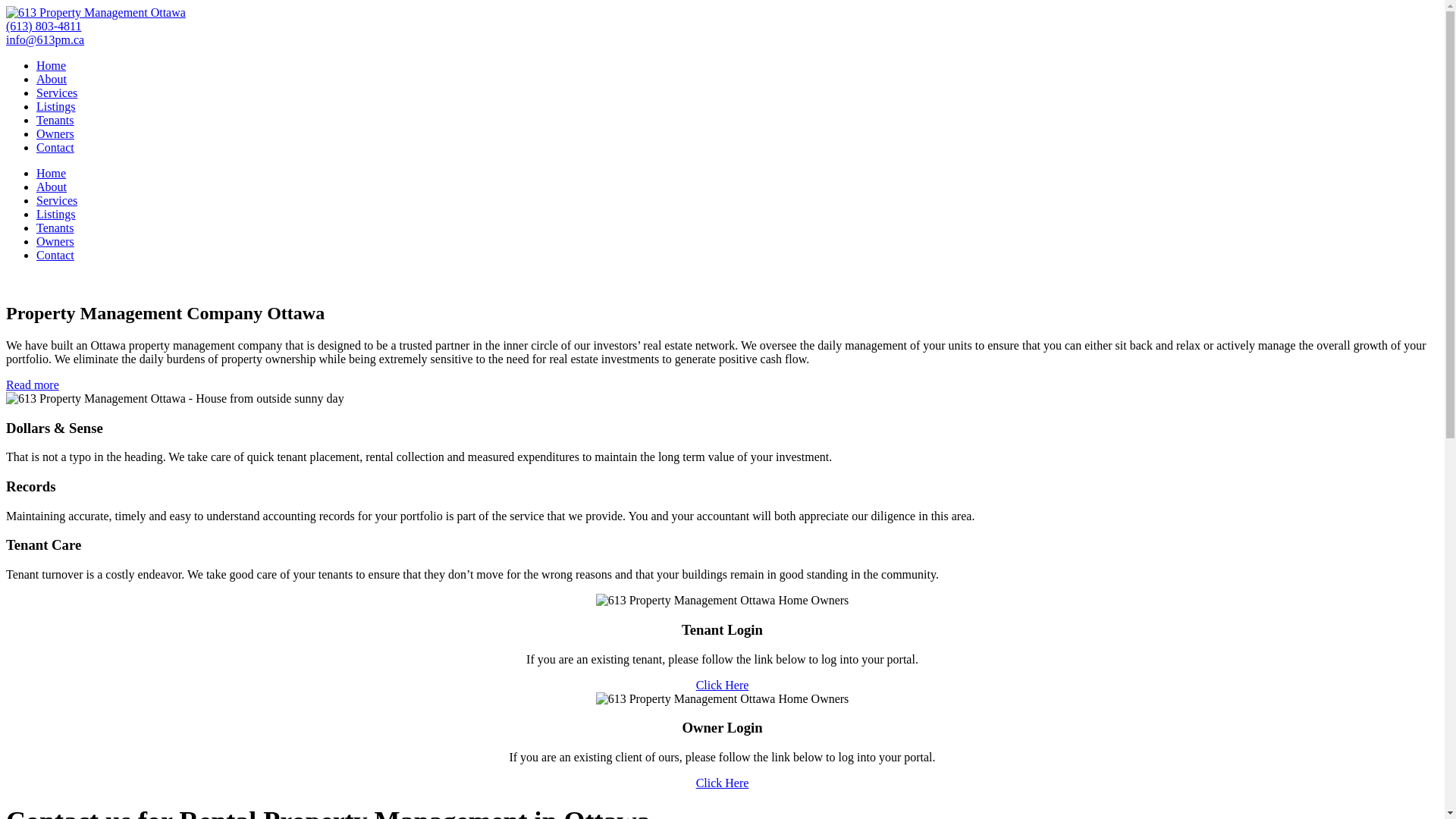 The image size is (1456, 819). Describe the element at coordinates (722, 685) in the screenshot. I see `'Click Here'` at that location.